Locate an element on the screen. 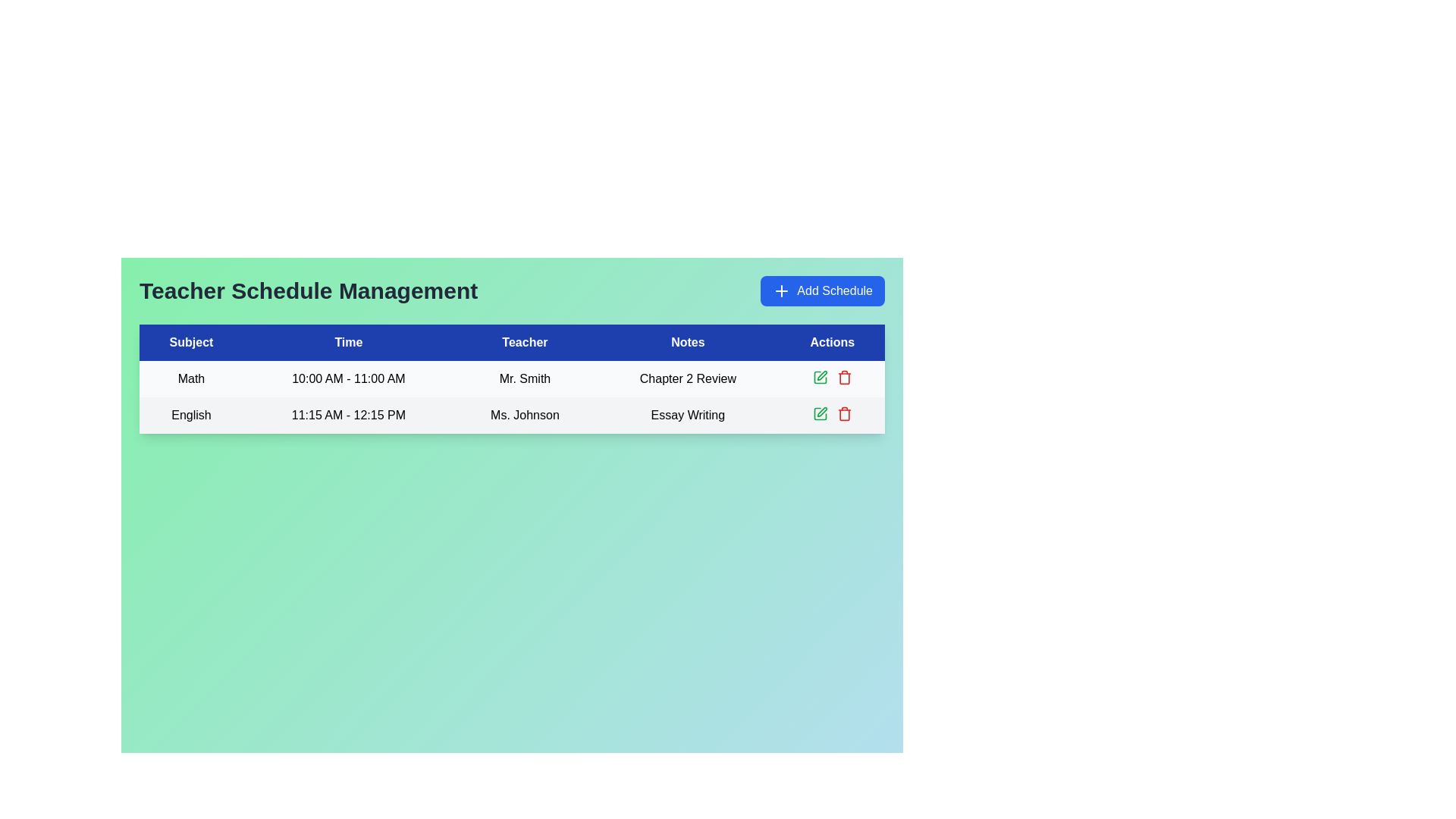 This screenshot has height=819, width=1456. the text element displaying 'English' in the second row of the table under the 'Subject' column is located at coordinates (190, 415).